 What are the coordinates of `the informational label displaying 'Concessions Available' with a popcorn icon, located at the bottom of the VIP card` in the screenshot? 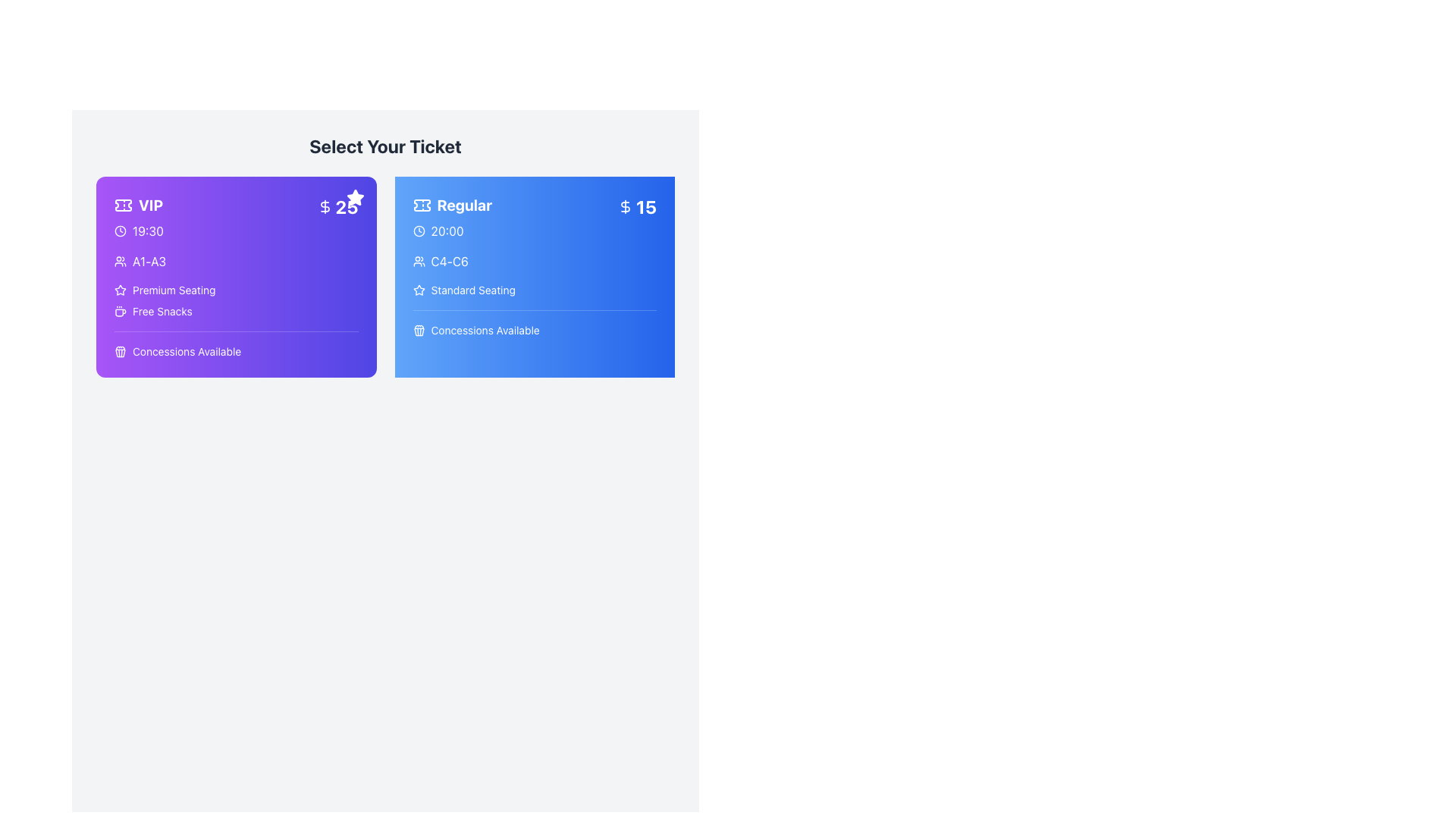 It's located at (235, 345).